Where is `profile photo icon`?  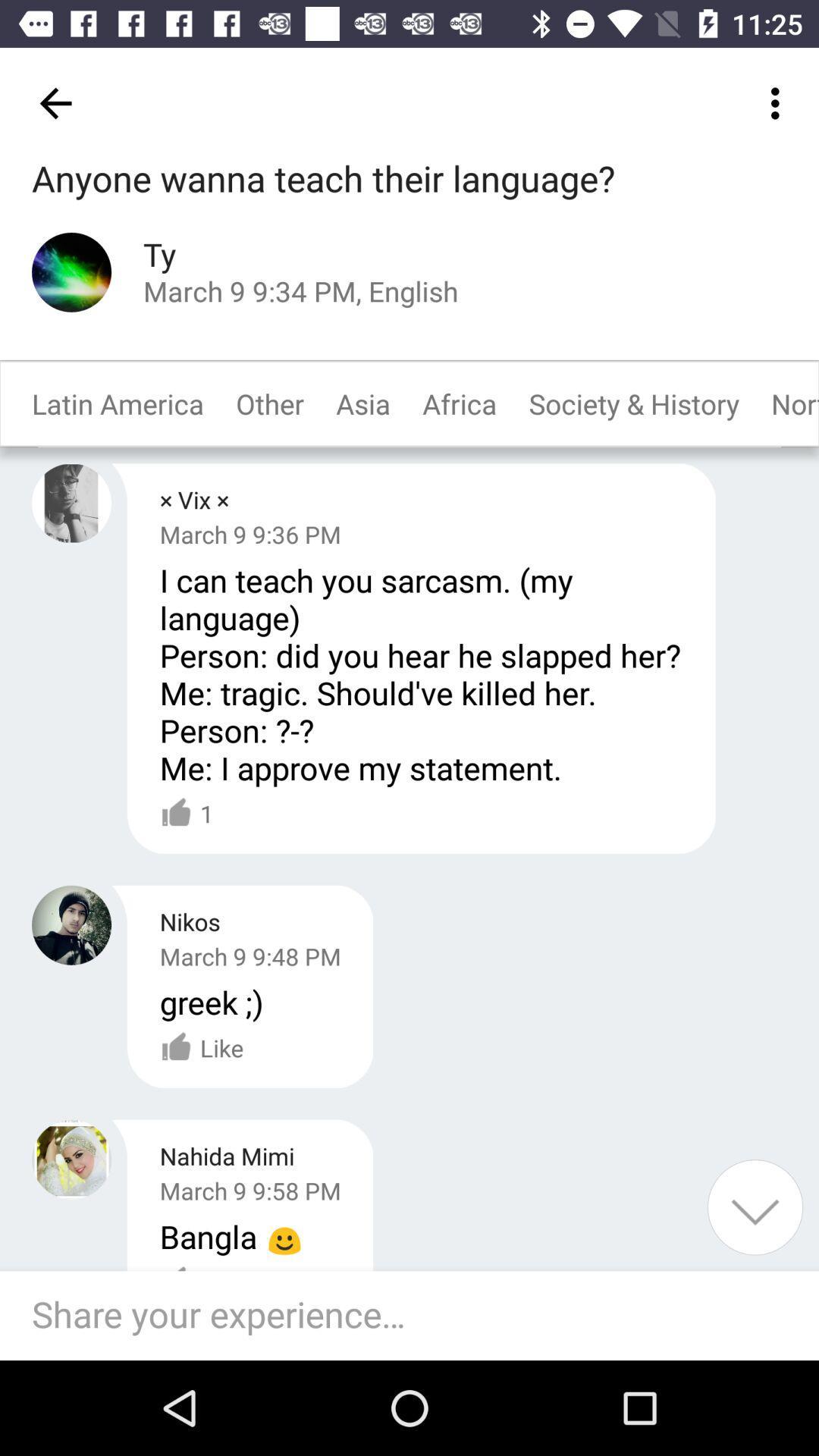
profile photo icon is located at coordinates (71, 924).